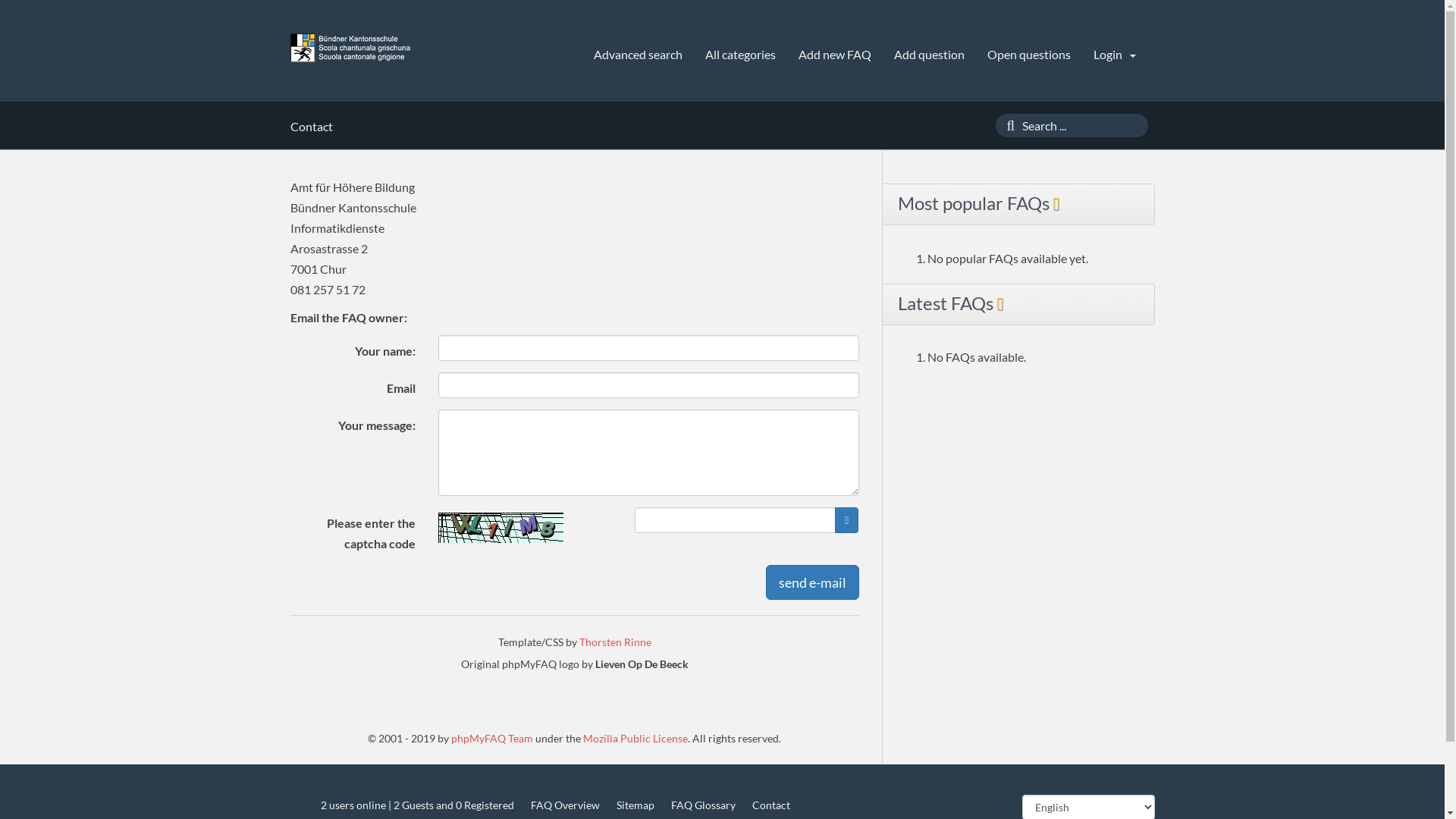  I want to click on 'Mozilla Public License', so click(635, 738).